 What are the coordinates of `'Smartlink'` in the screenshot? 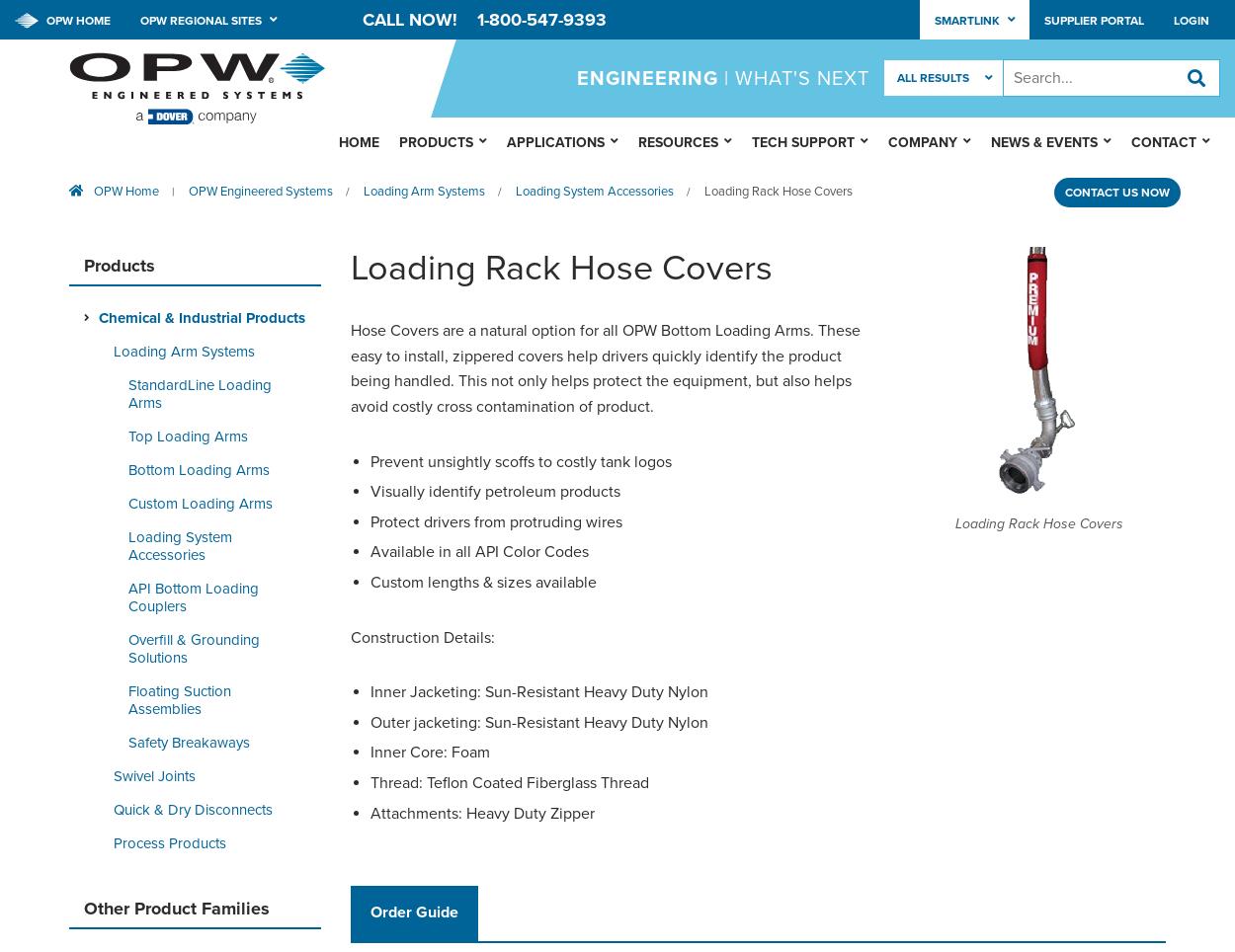 It's located at (966, 20).